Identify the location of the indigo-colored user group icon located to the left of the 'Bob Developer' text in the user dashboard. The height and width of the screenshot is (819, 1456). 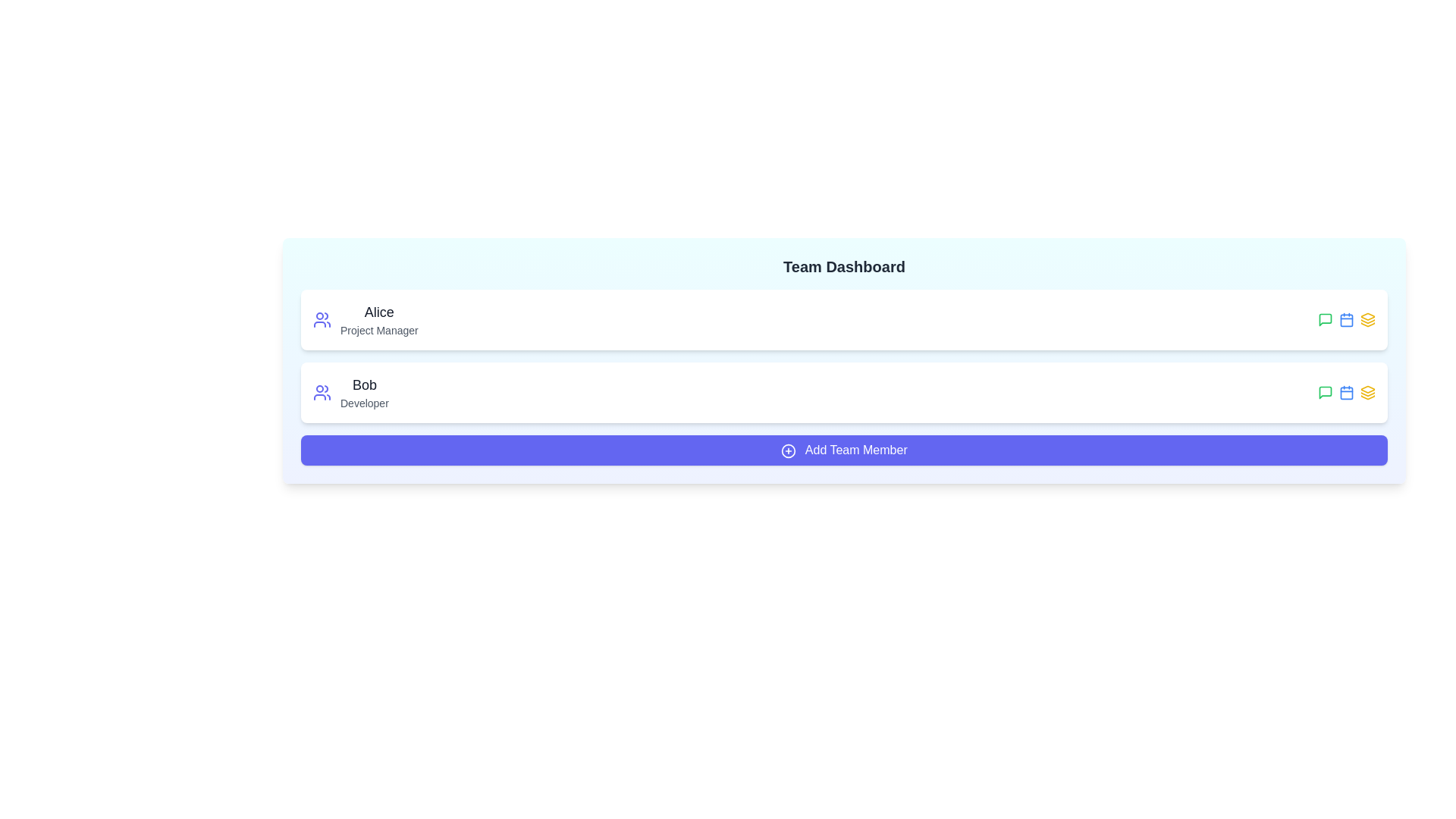
(322, 391).